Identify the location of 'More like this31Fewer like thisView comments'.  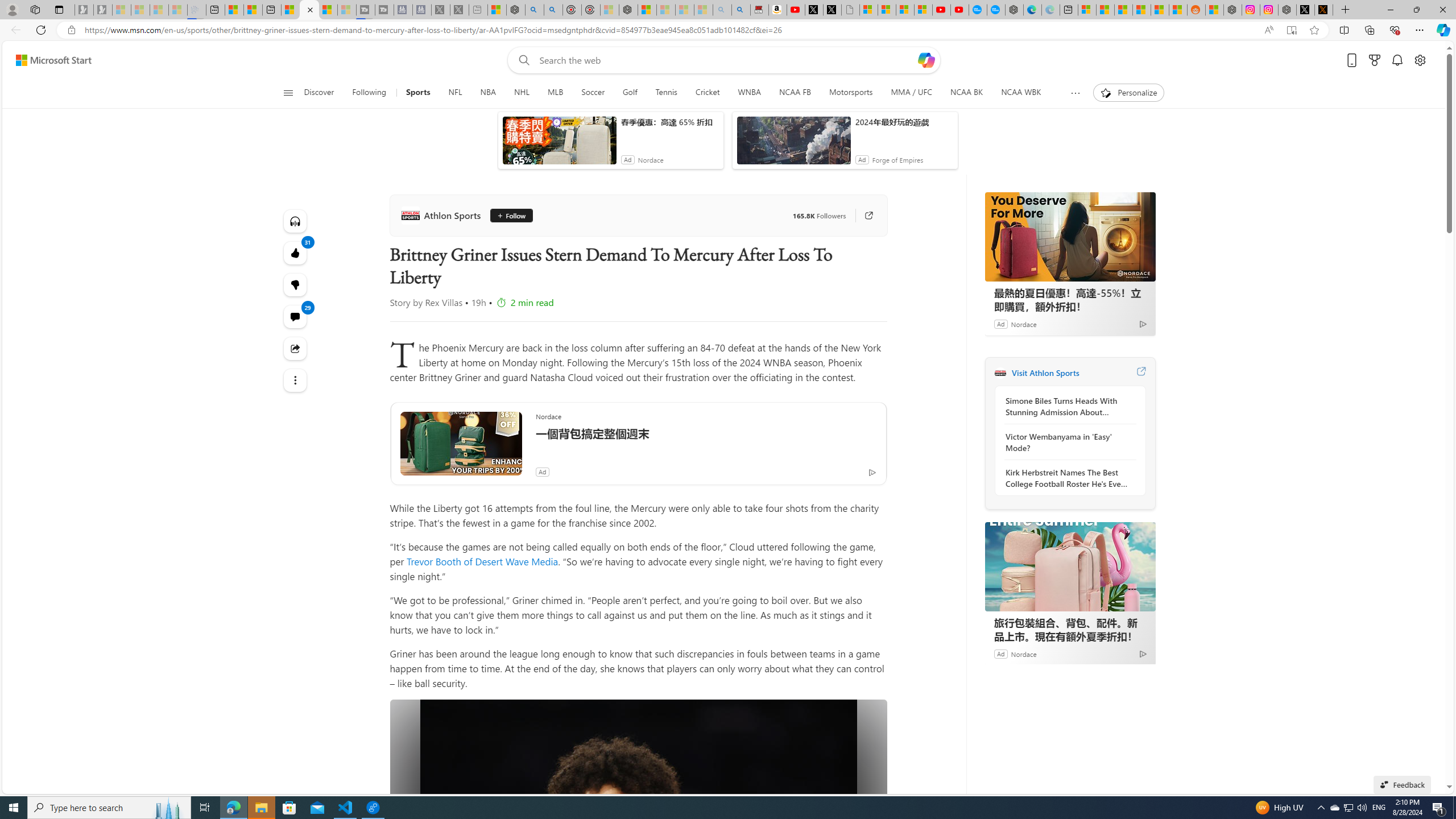
(295, 285).